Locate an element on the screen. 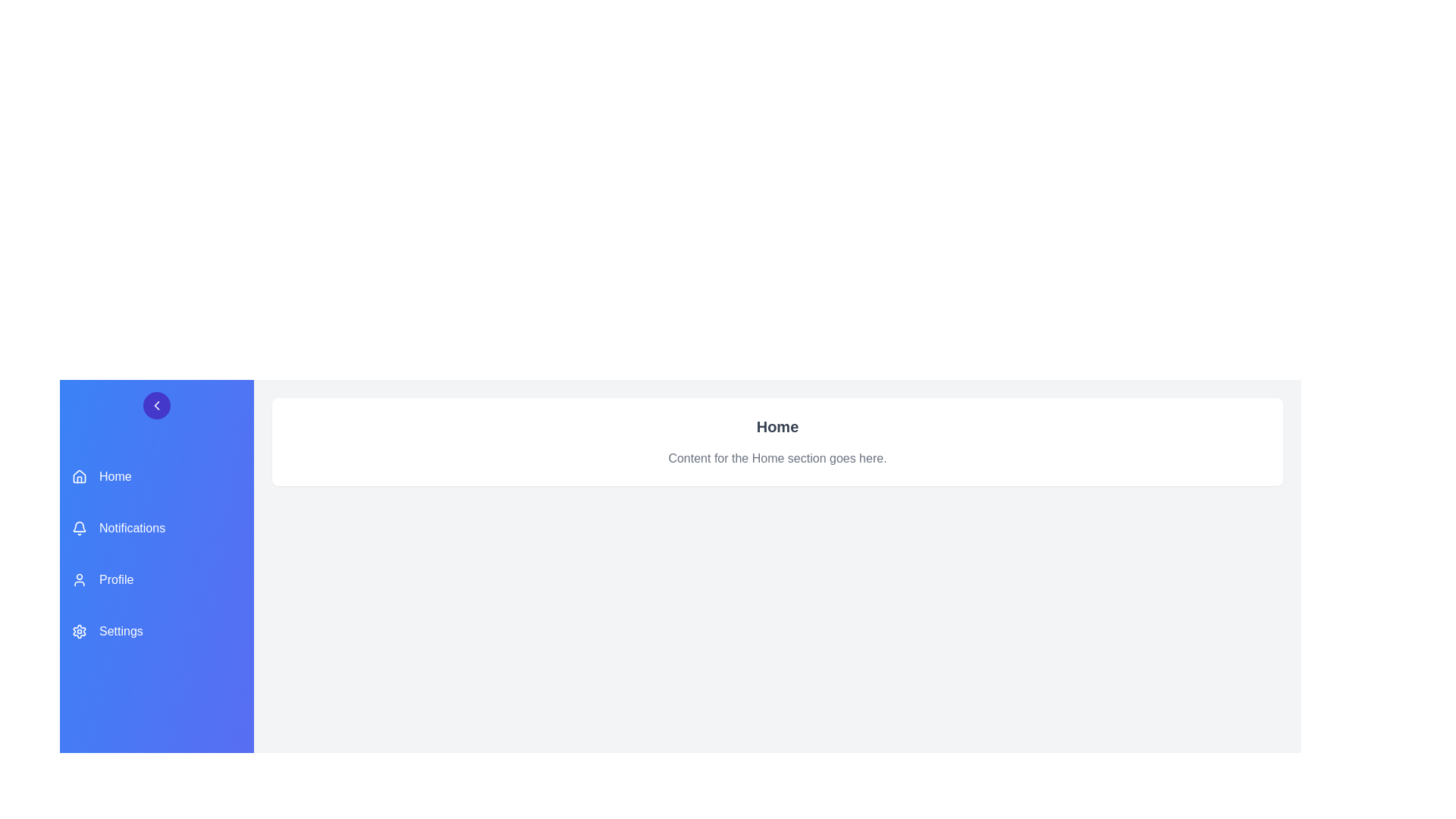  the circular button containing the leftward-pointing chevron icon, which is located at the top-left corner of the sidebar is located at coordinates (156, 405).